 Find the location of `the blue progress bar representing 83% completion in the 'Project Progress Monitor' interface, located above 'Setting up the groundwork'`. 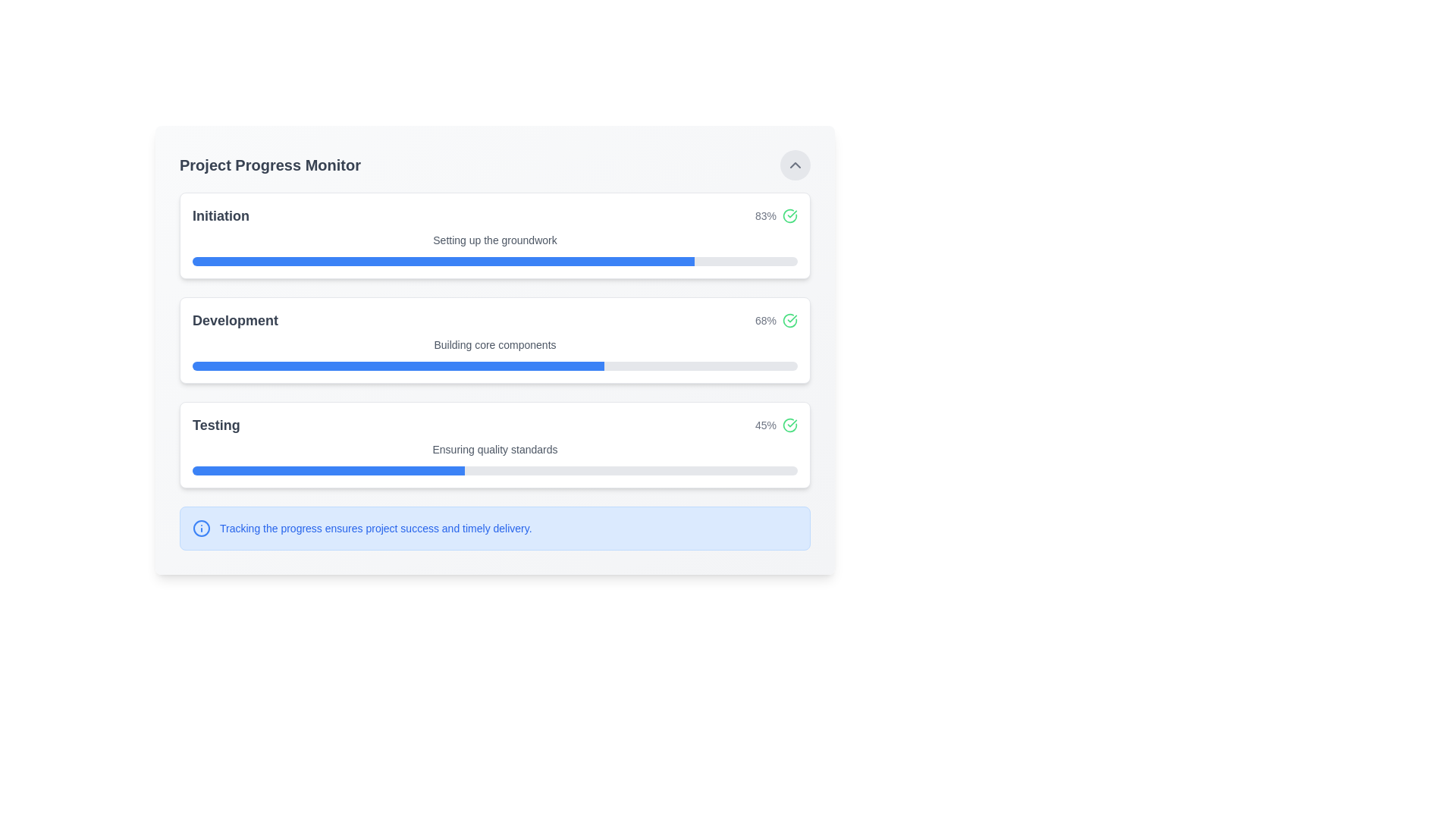

the blue progress bar representing 83% completion in the 'Project Progress Monitor' interface, located above 'Setting up the groundwork' is located at coordinates (443, 260).